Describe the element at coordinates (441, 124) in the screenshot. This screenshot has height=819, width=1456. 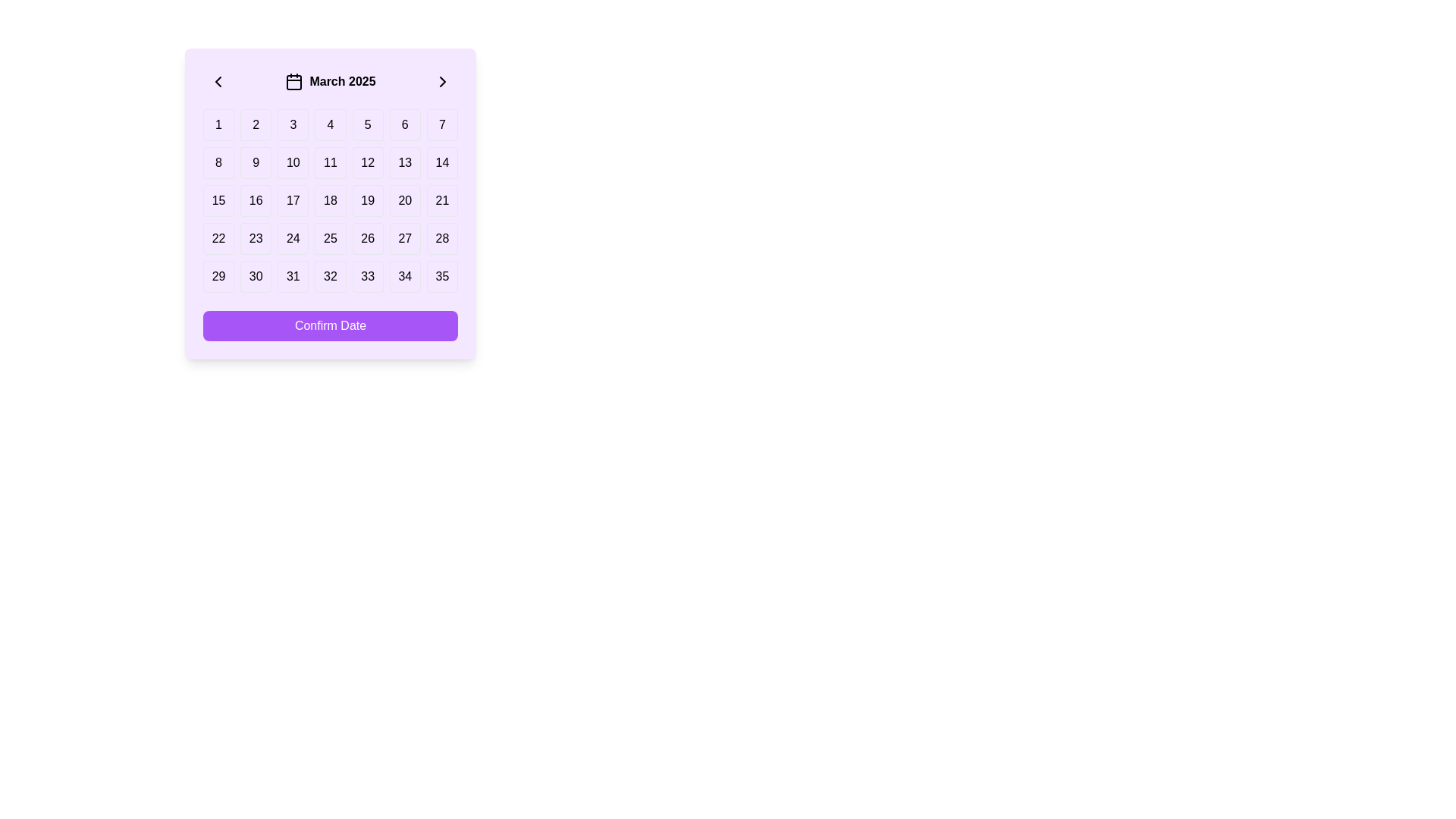
I see `the square-shaped box with the number '7' inside` at that location.